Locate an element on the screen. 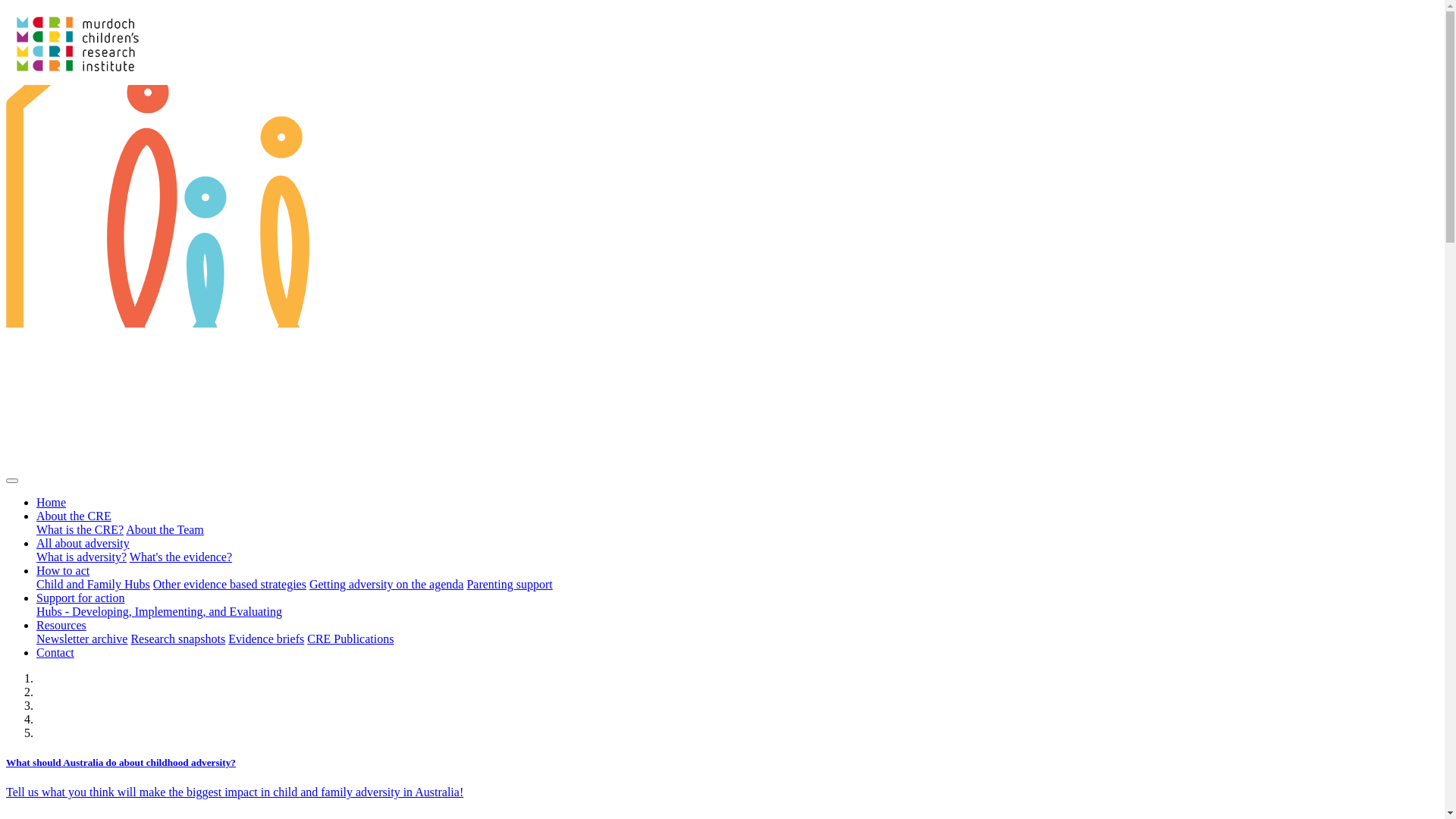 The height and width of the screenshot is (819, 1456). 'What's the evidence?' is located at coordinates (180, 557).